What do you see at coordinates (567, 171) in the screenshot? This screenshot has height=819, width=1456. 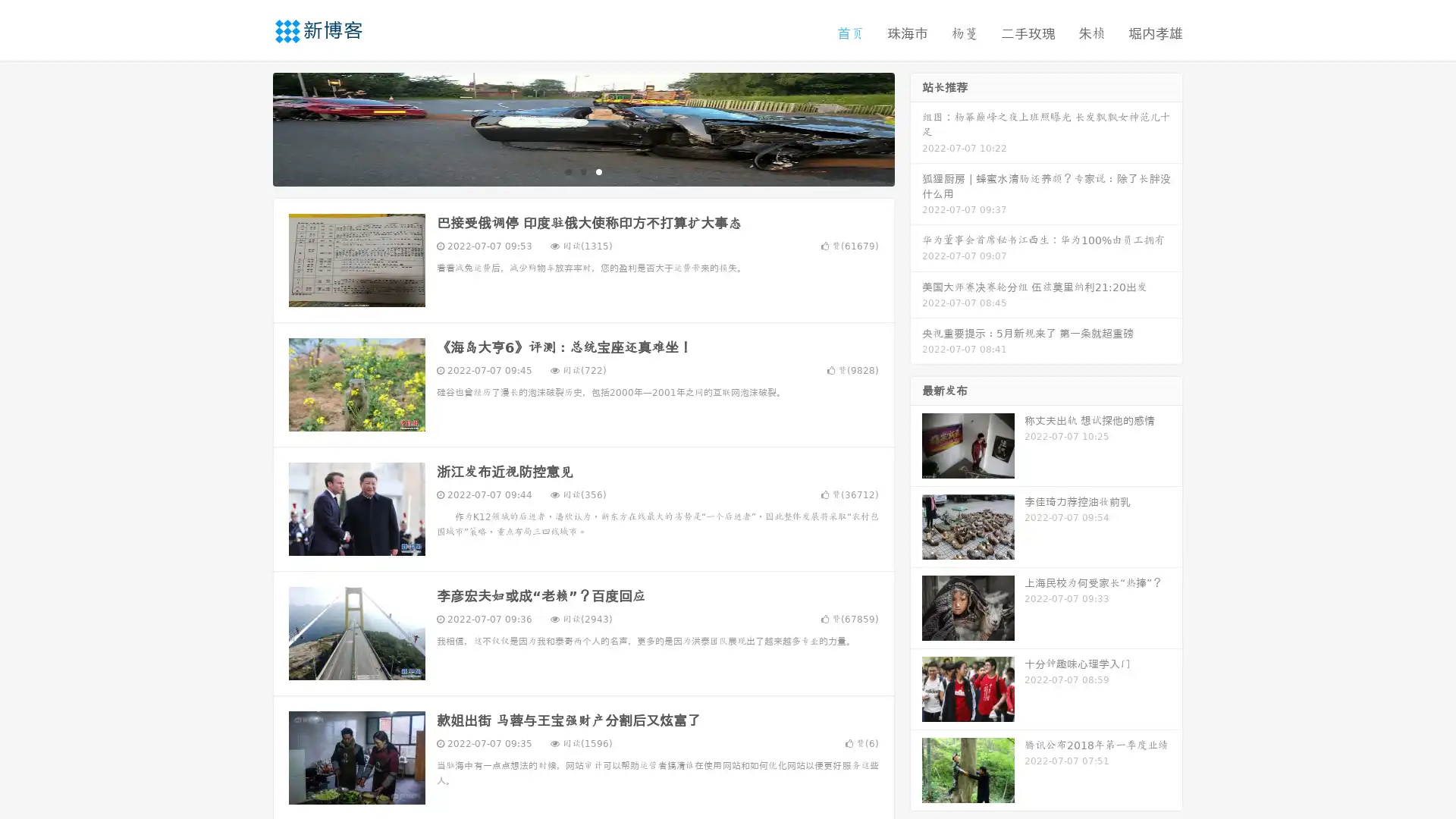 I see `Go to slide 1` at bounding box center [567, 171].